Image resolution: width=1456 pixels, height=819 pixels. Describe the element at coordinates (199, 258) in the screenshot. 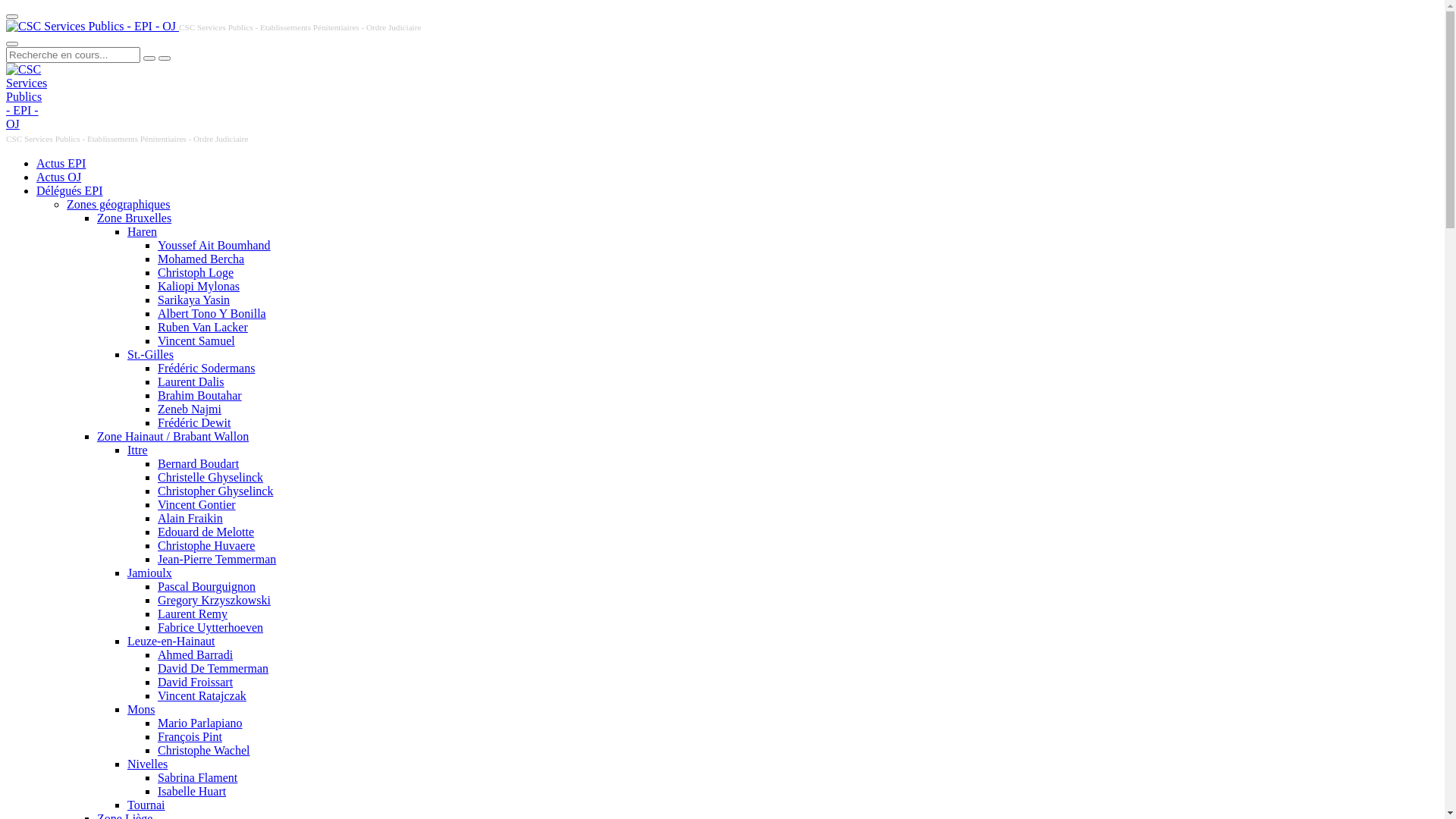

I see `'Mohamed Bercha'` at that location.